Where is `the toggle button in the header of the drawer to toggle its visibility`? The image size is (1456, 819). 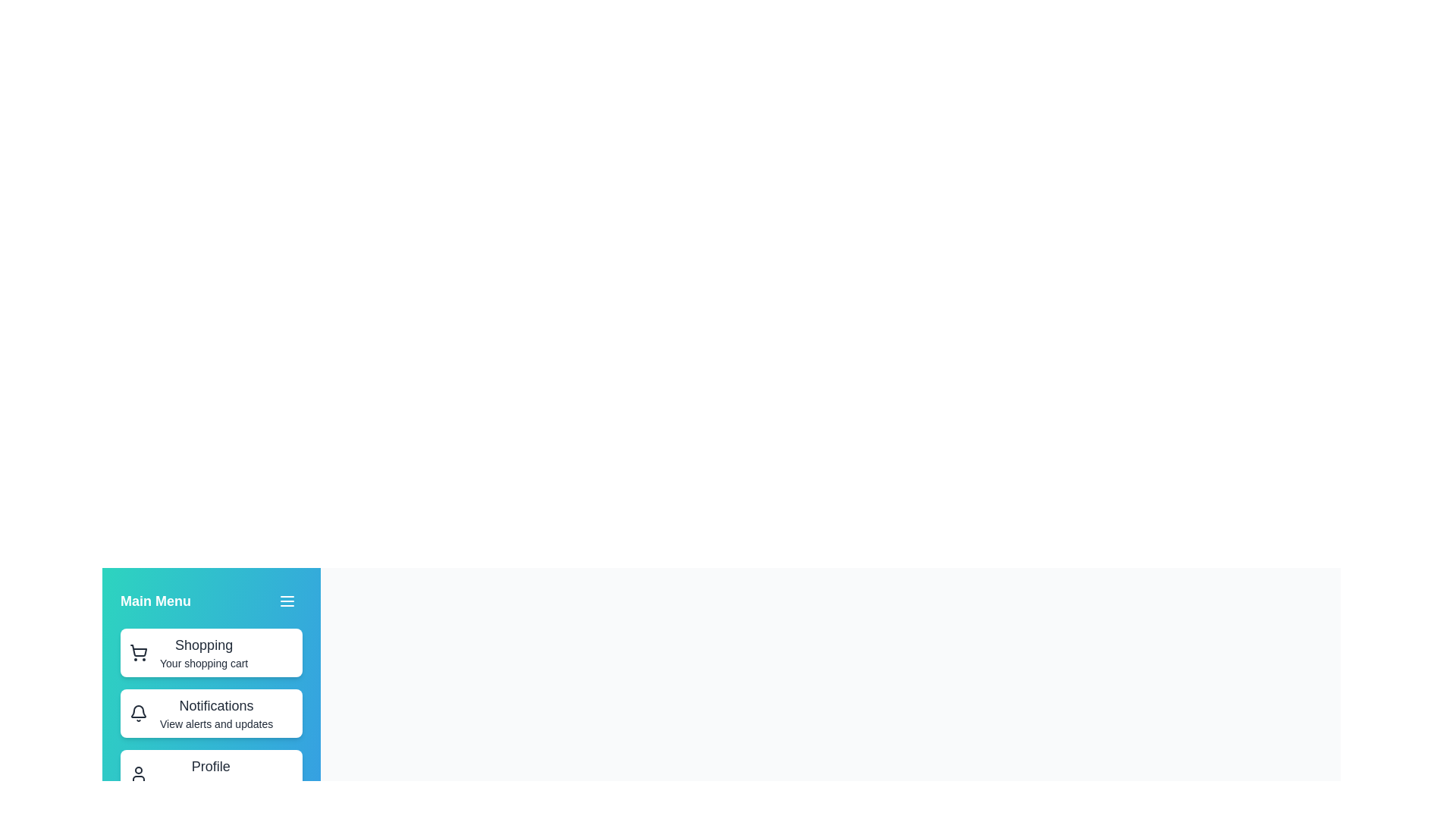 the toggle button in the header of the drawer to toggle its visibility is located at coordinates (287, 601).